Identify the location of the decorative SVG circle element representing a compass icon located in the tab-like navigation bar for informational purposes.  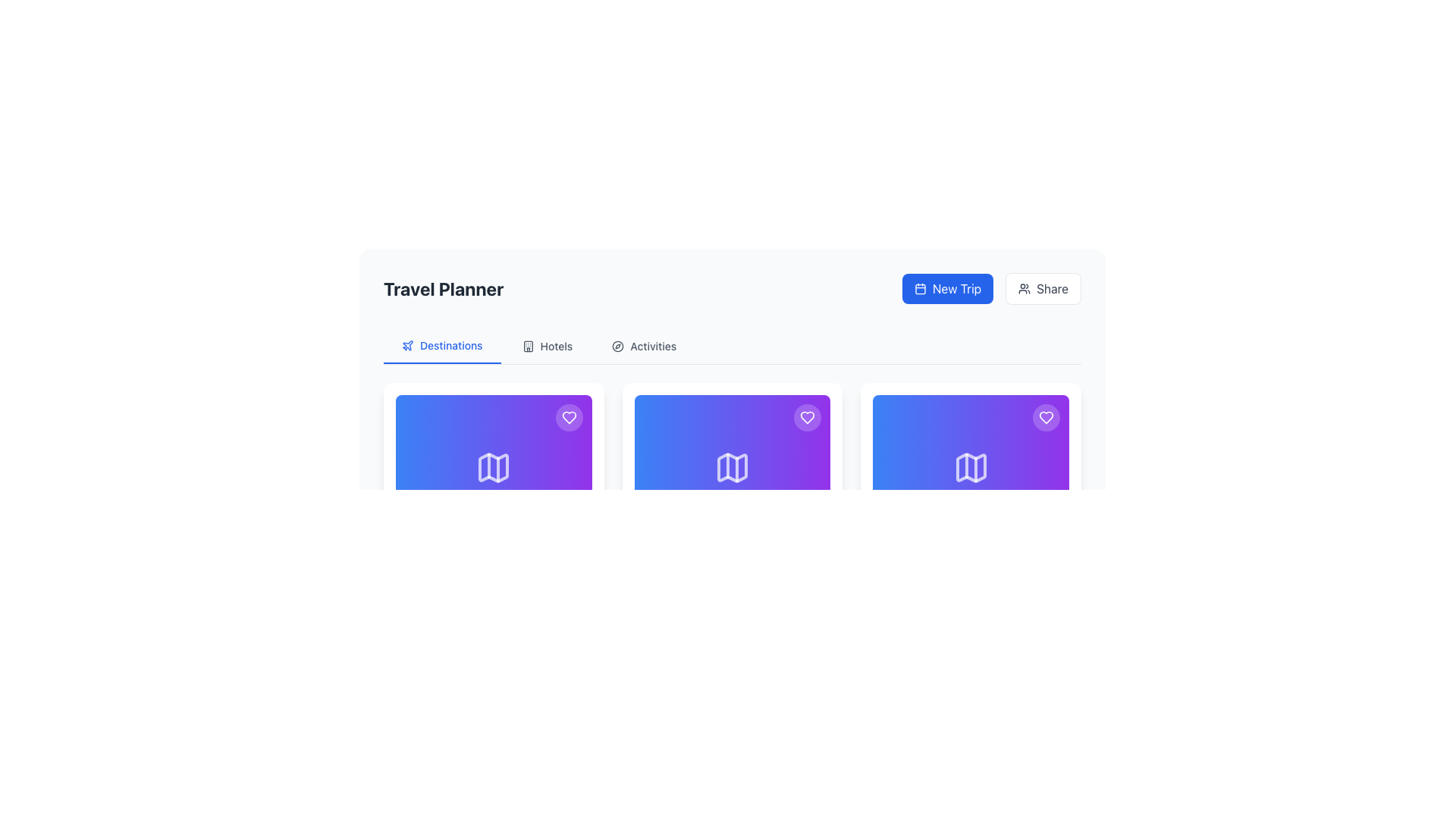
(618, 346).